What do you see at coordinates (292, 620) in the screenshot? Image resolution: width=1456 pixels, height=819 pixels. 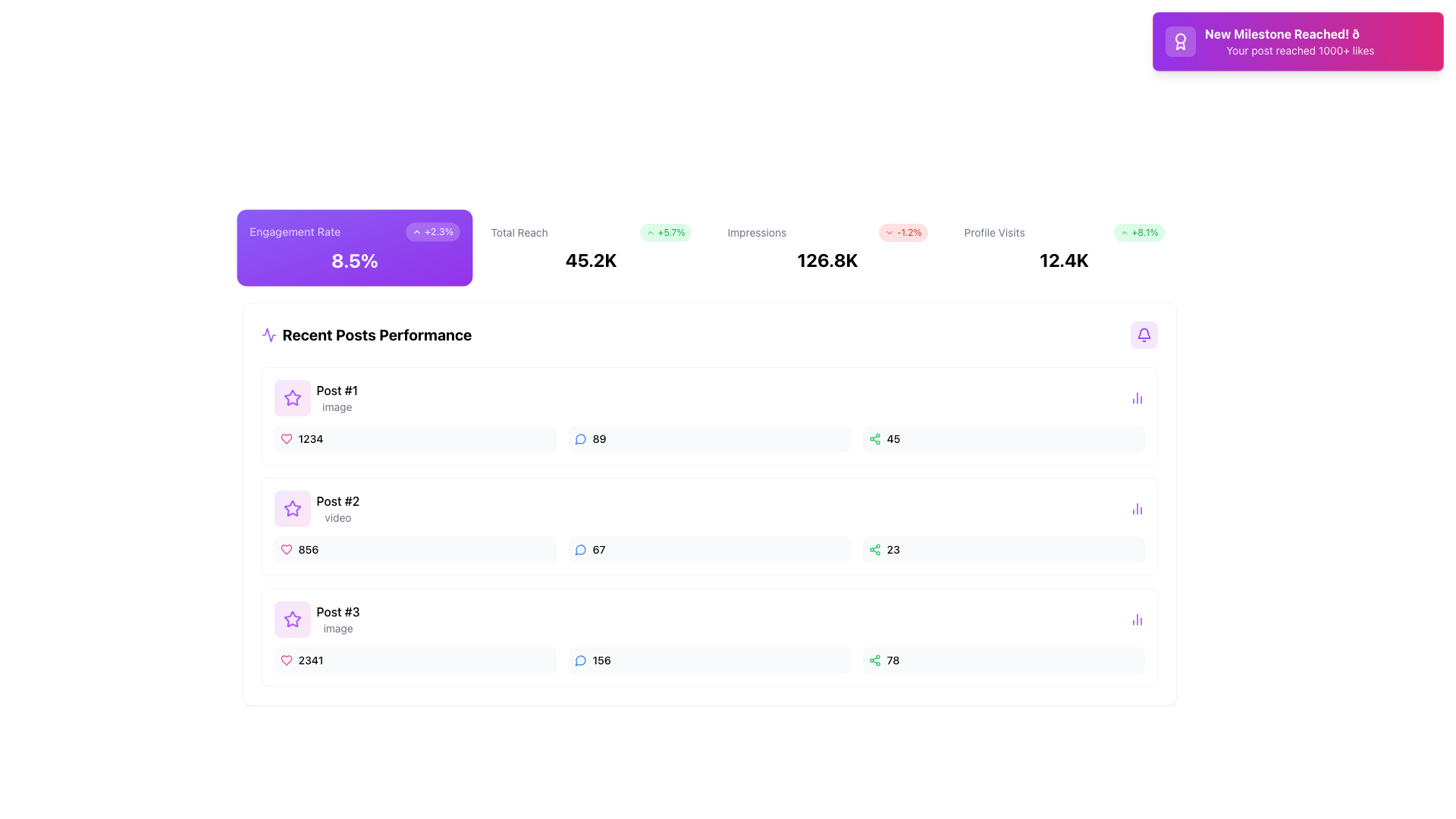 I see `the star icon representing the favorite or featured status of the post in the 'Recent Posts Performance' section, located to the left of the label 'Post #1'` at bounding box center [292, 620].